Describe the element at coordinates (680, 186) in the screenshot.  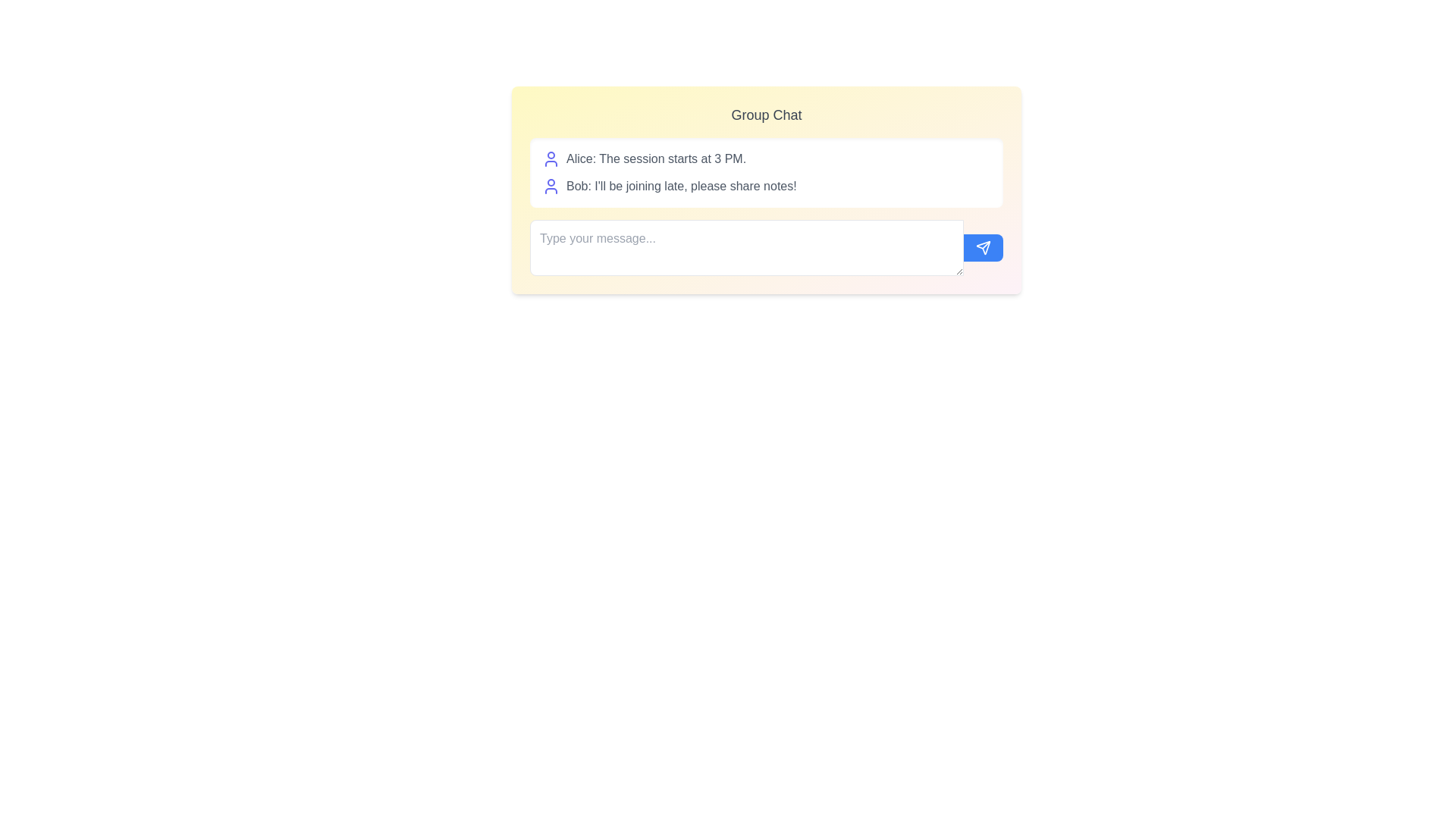
I see `text label that contains the message from Bob: "Bob: I'll be joining late, please share notes!"` at that location.